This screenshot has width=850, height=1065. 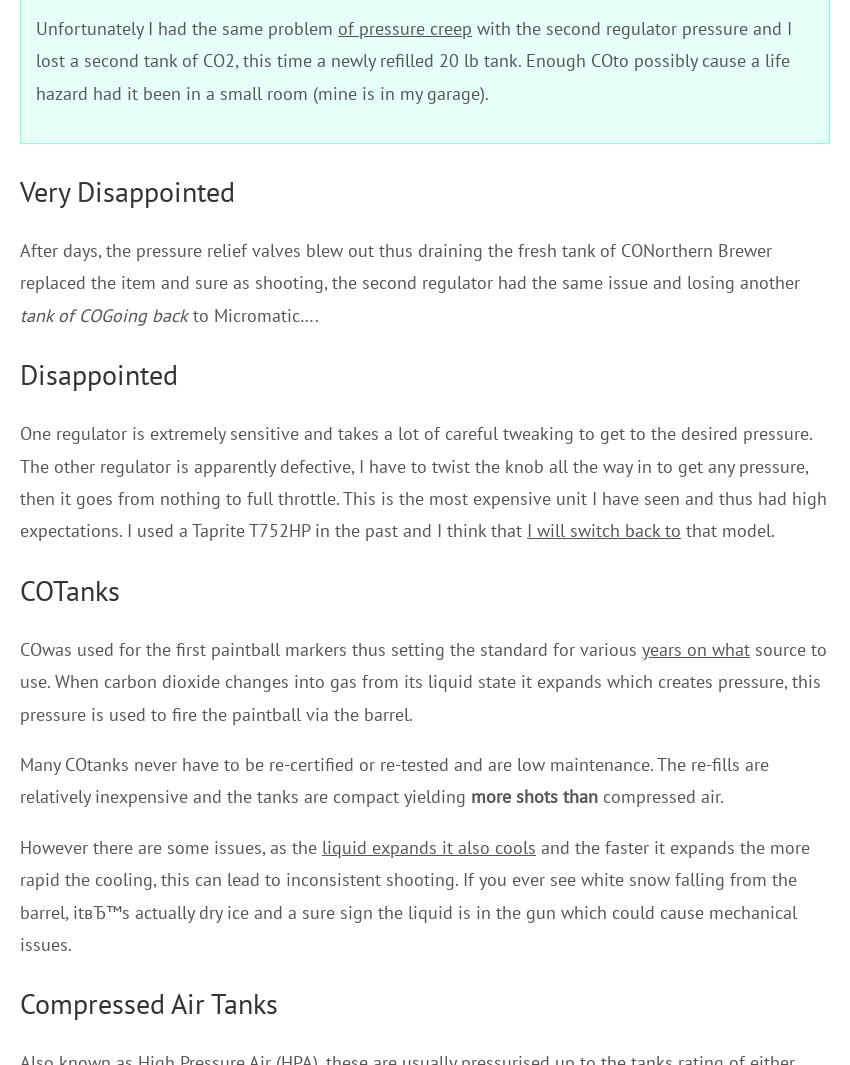 What do you see at coordinates (186, 26) in the screenshot?
I see `'Unfortunately I had the same problem'` at bounding box center [186, 26].